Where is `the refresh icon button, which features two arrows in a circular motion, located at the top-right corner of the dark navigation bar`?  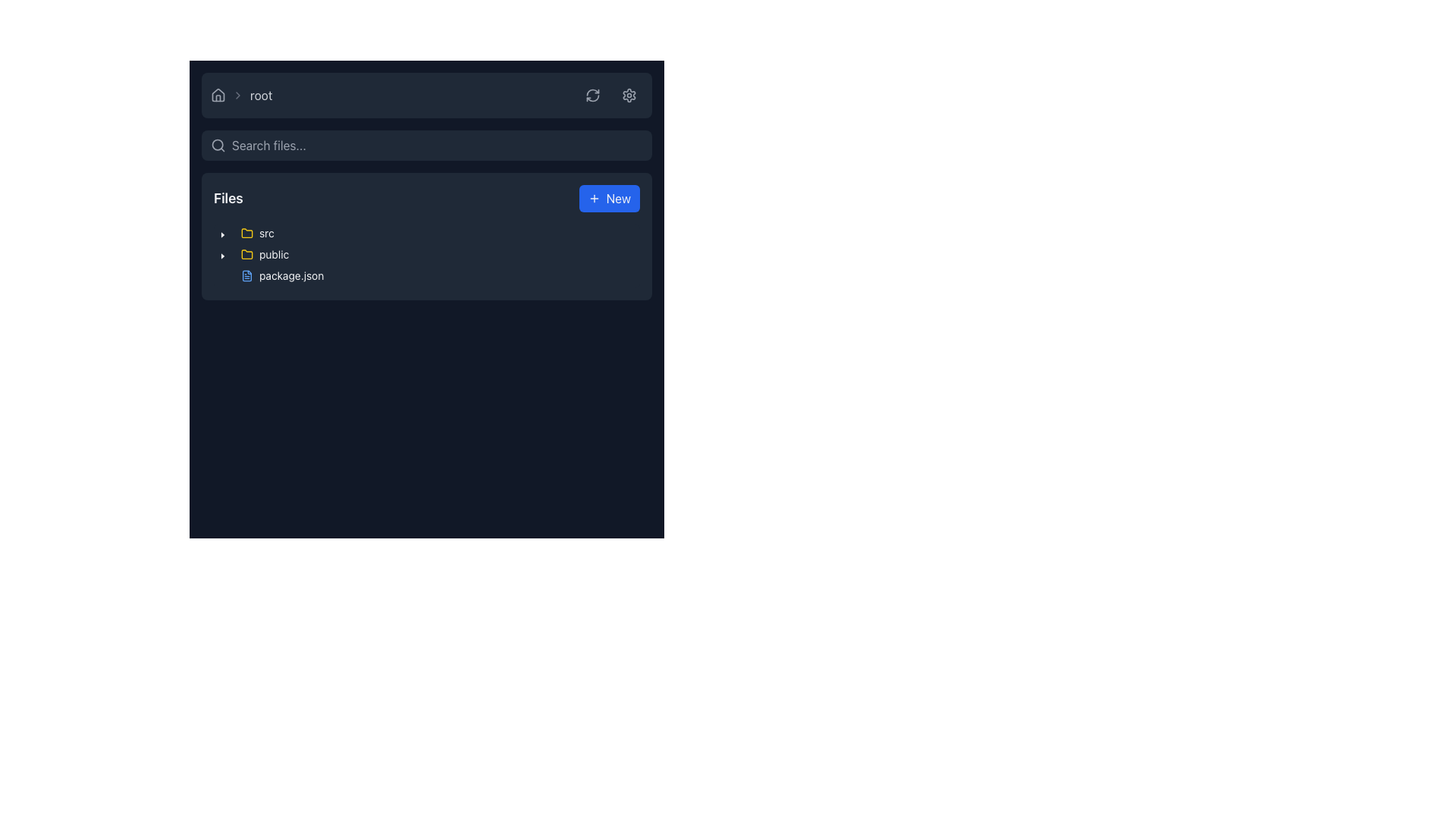 the refresh icon button, which features two arrows in a circular motion, located at the top-right corner of the dark navigation bar is located at coordinates (592, 96).